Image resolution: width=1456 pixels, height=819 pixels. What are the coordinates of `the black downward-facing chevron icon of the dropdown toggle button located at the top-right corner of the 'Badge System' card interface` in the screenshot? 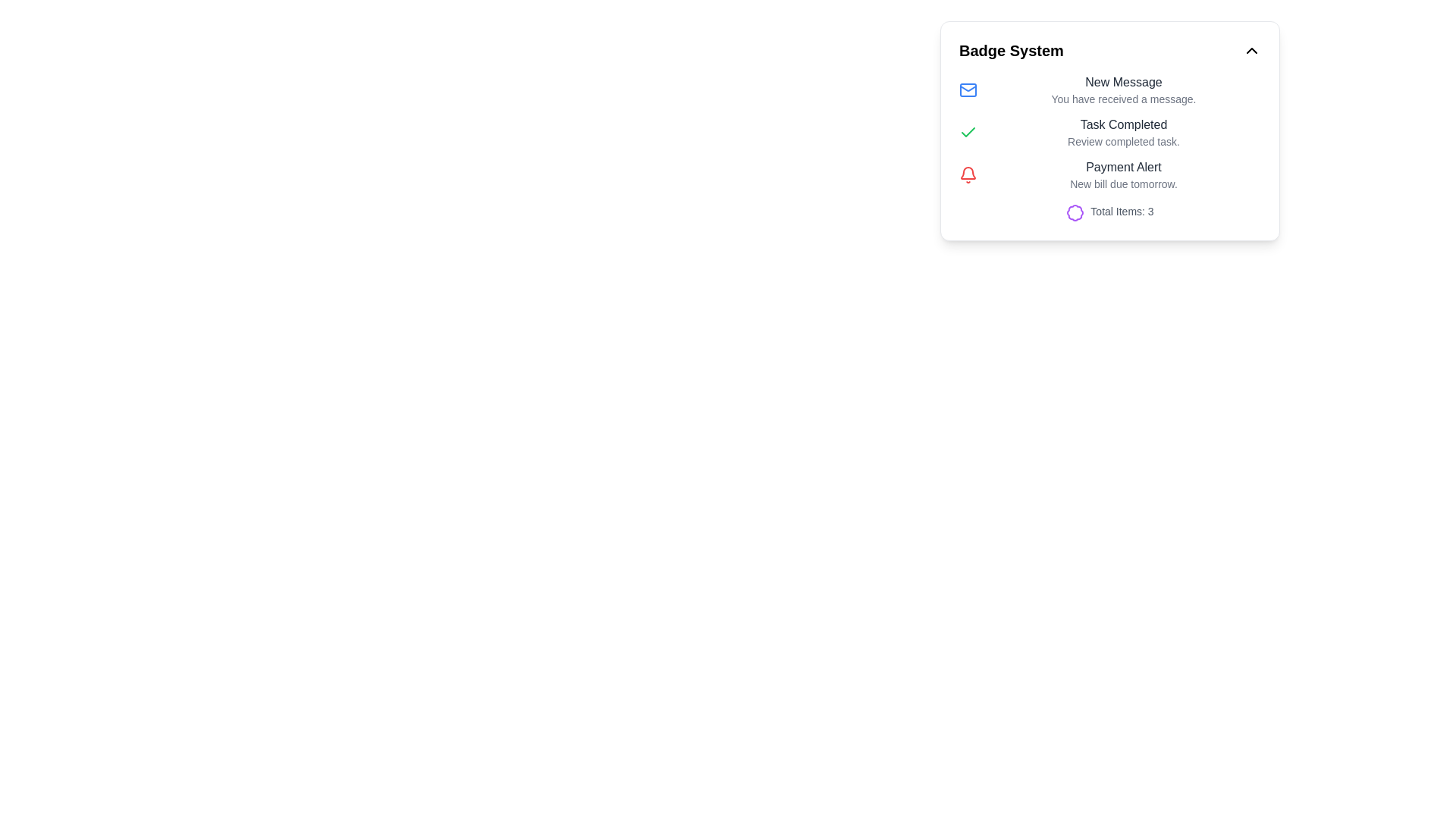 It's located at (1252, 49).